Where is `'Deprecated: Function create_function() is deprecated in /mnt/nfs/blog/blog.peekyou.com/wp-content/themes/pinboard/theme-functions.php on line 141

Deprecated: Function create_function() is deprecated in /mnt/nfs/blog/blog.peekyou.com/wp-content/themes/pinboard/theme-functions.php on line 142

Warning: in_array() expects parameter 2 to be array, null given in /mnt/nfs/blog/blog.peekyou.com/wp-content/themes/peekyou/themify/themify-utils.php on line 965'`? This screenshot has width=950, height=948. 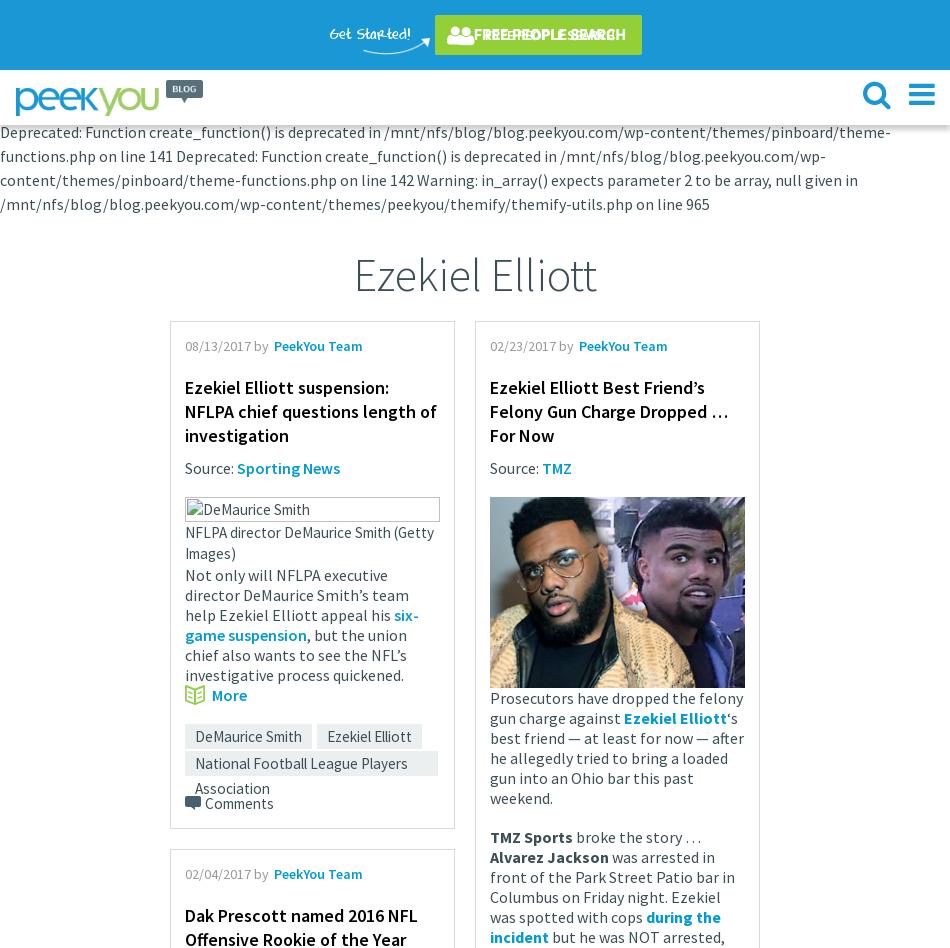
'Deprecated: Function create_function() is deprecated in /mnt/nfs/blog/blog.peekyou.com/wp-content/themes/pinboard/theme-functions.php on line 141

Deprecated: Function create_function() is deprecated in /mnt/nfs/blog/blog.peekyou.com/wp-content/themes/pinboard/theme-functions.php on line 142

Warning: in_array() expects parameter 2 to be array, null given in /mnt/nfs/blog/blog.peekyou.com/wp-content/themes/peekyou/themify/themify-utils.php on line 965' is located at coordinates (0, 166).